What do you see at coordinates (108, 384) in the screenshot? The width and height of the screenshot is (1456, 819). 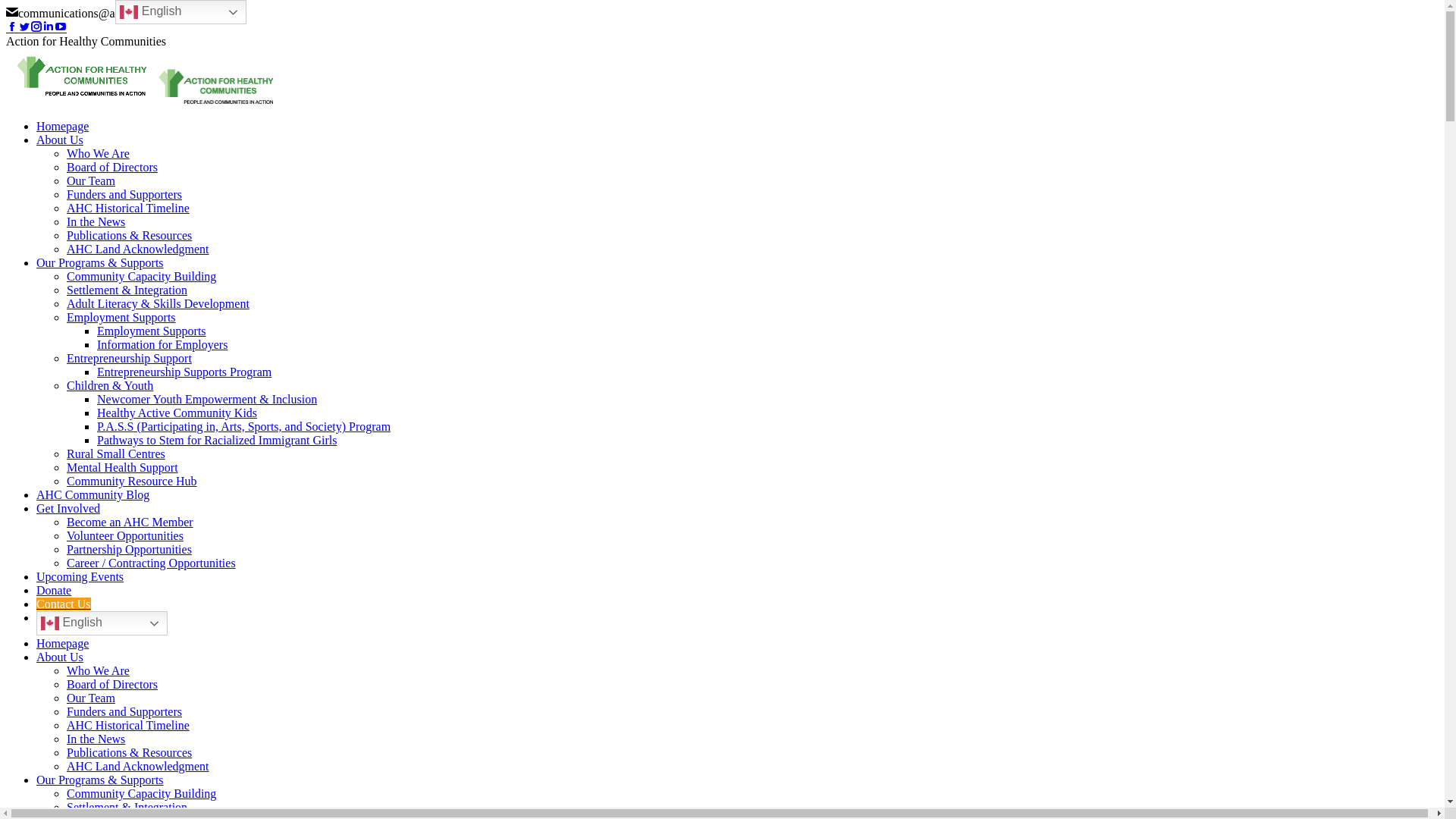 I see `'Children & Youth'` at bounding box center [108, 384].